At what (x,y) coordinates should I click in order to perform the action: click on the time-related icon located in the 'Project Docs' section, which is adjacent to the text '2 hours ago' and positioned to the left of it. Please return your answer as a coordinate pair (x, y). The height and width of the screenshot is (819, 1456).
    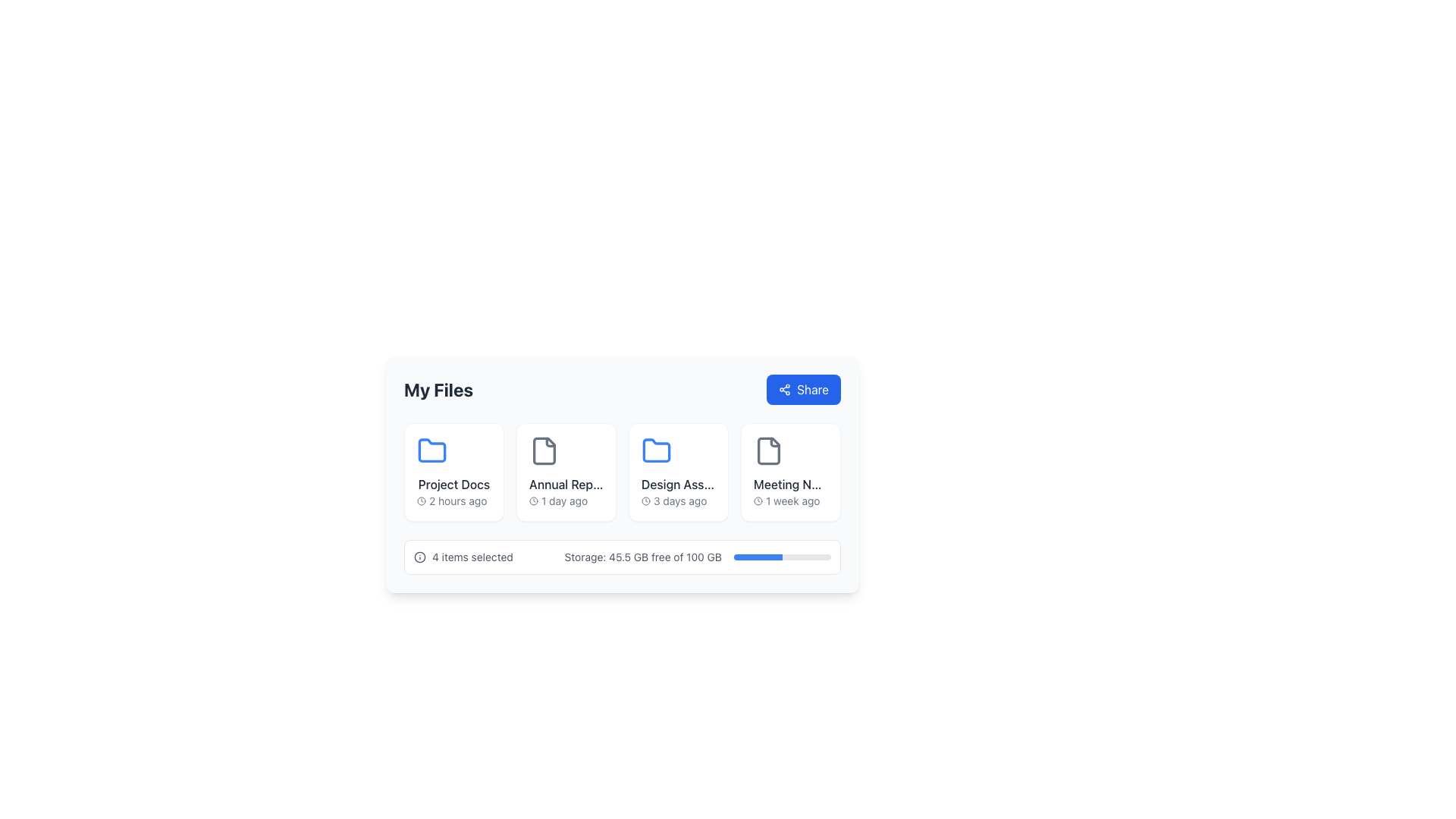
    Looking at the image, I should click on (422, 500).